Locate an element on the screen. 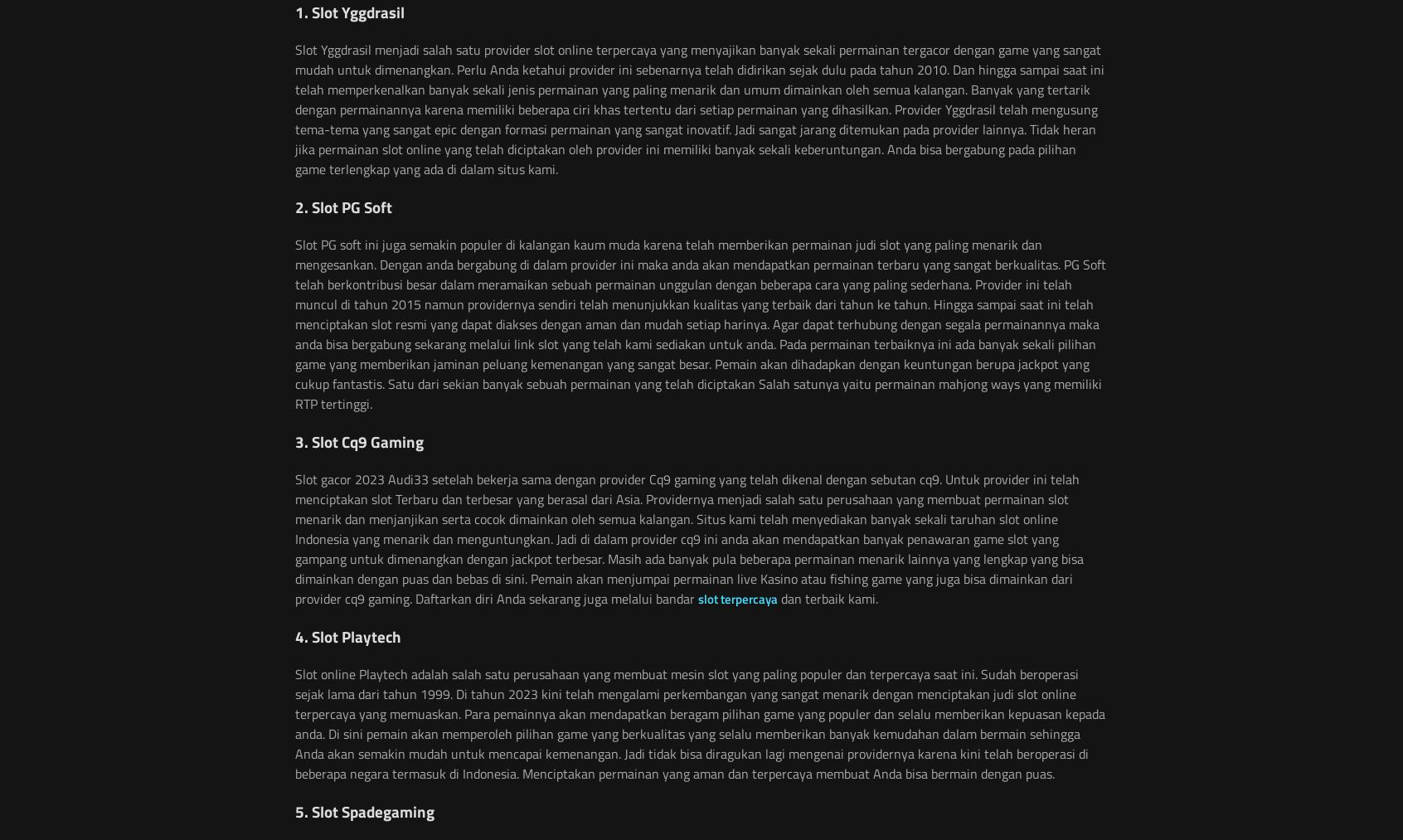  '5. Slot Spadegaming' is located at coordinates (363, 810).